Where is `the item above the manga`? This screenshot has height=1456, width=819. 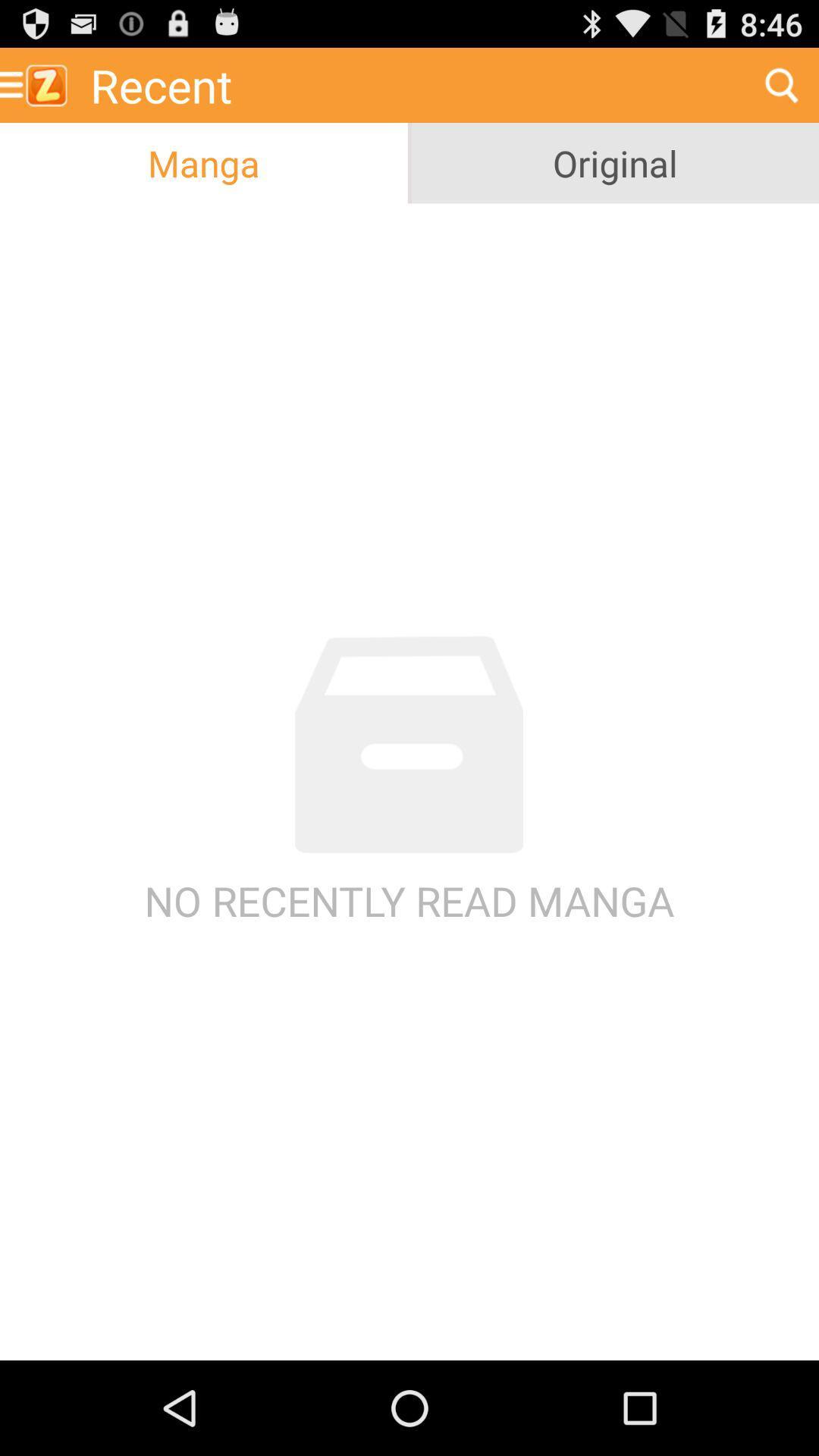 the item above the manga is located at coordinates (412, 84).